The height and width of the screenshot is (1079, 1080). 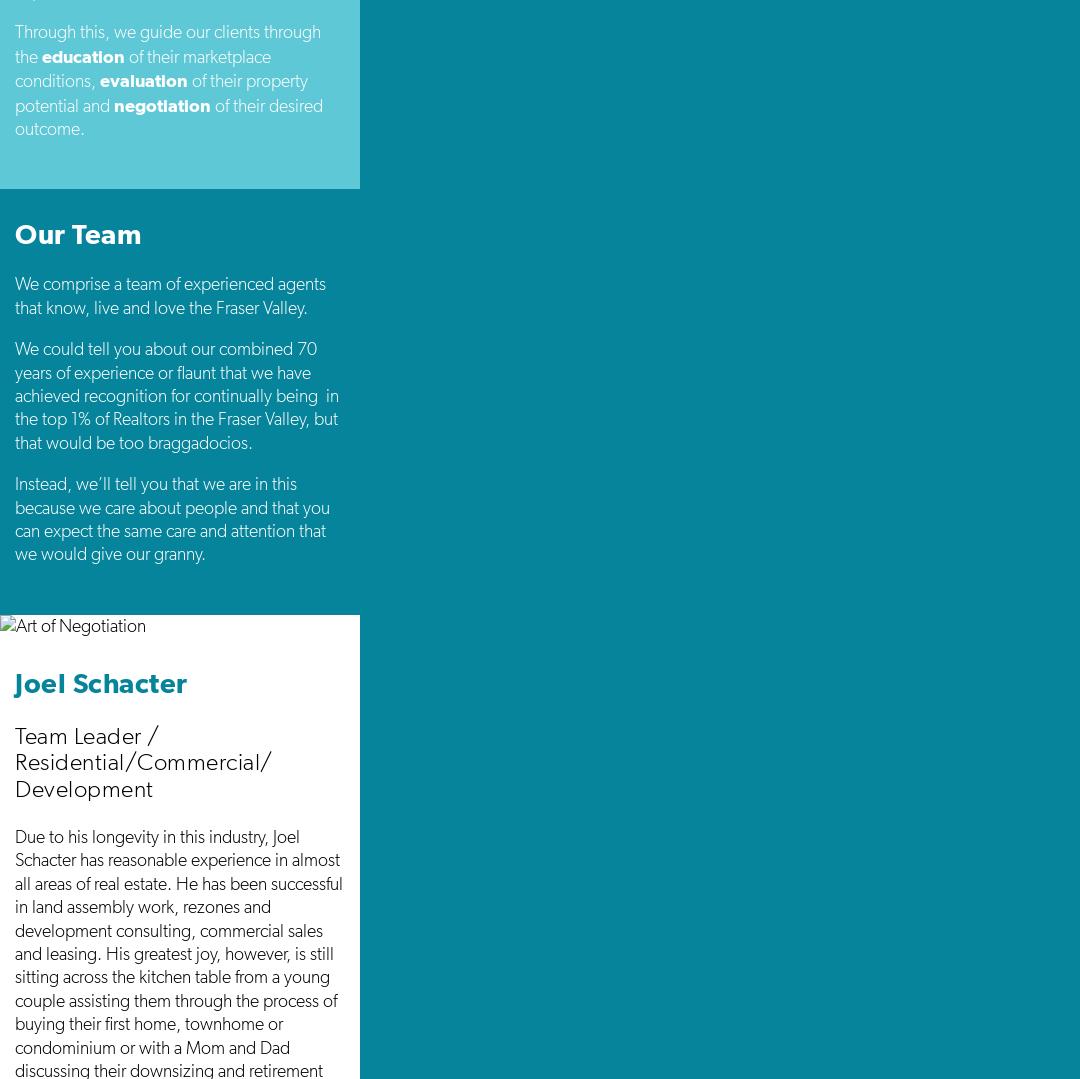 What do you see at coordinates (141, 67) in the screenshot?
I see `'of their marketplace conditions,'` at bounding box center [141, 67].